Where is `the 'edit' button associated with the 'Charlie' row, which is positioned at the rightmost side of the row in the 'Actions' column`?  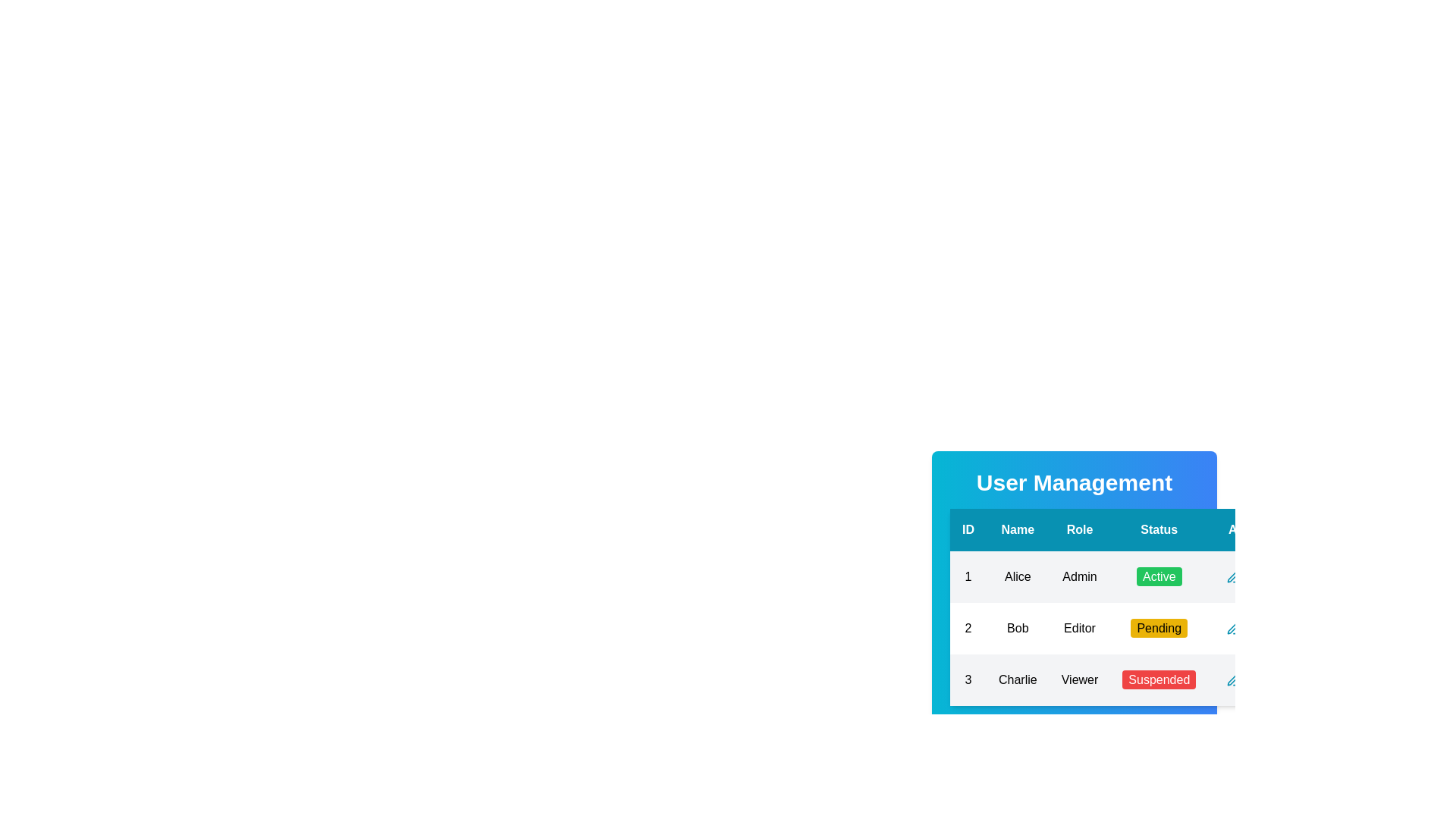 the 'edit' button associated with the 'Charlie' row, which is positioned at the rightmost side of the row in the 'Actions' column is located at coordinates (1234, 679).